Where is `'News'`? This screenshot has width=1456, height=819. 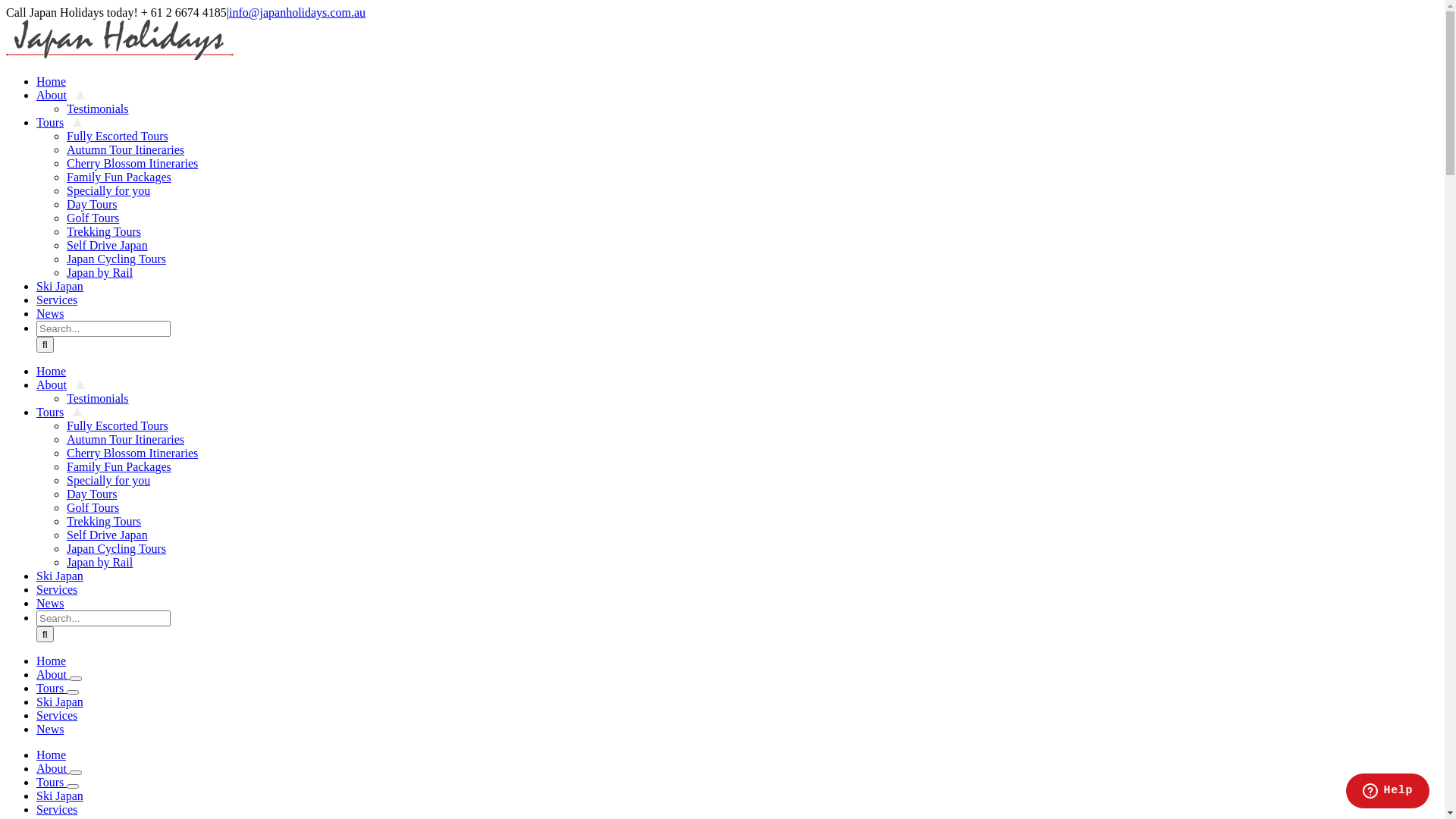
'News' is located at coordinates (50, 728).